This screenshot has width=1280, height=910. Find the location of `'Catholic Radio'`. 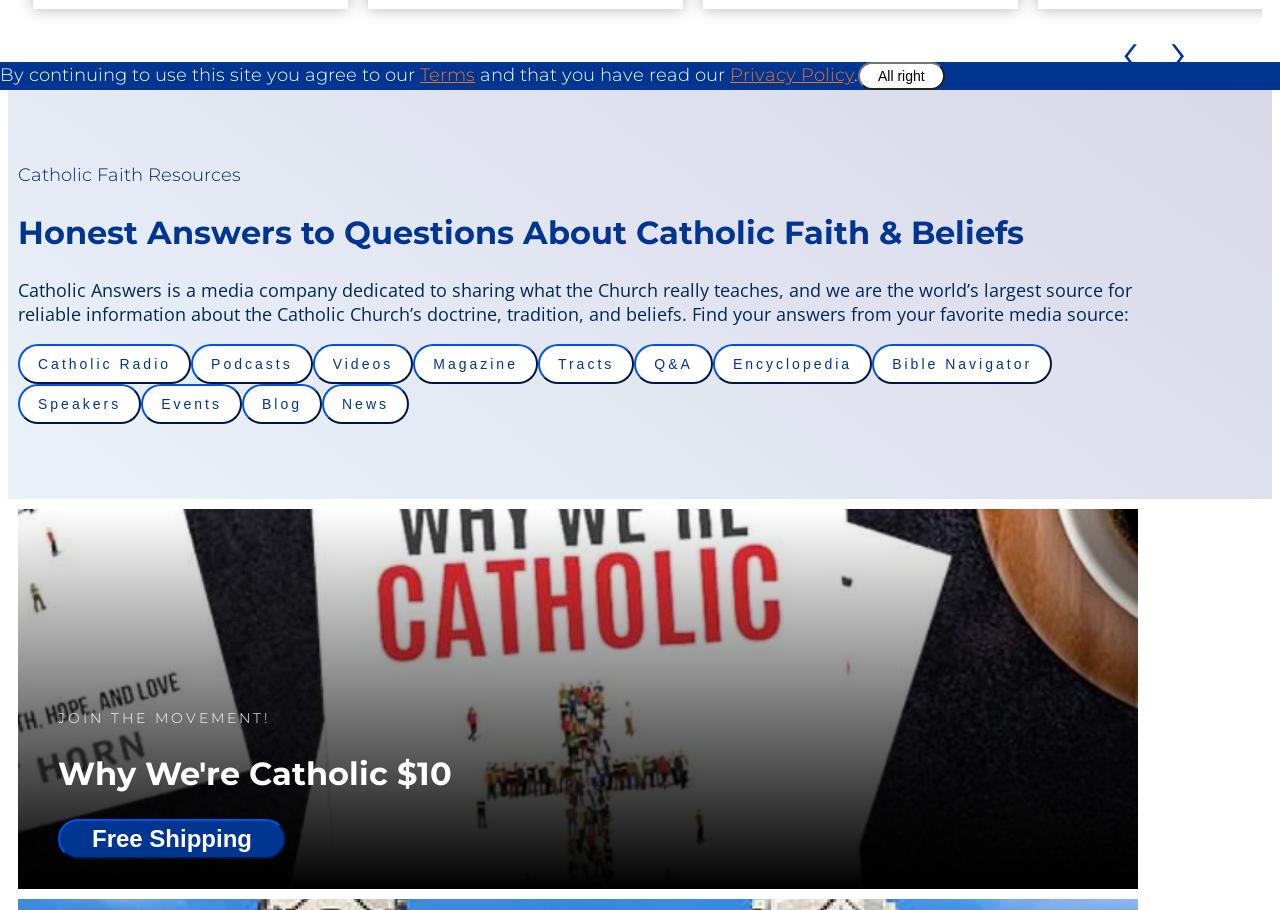

'Catholic Radio' is located at coordinates (103, 364).